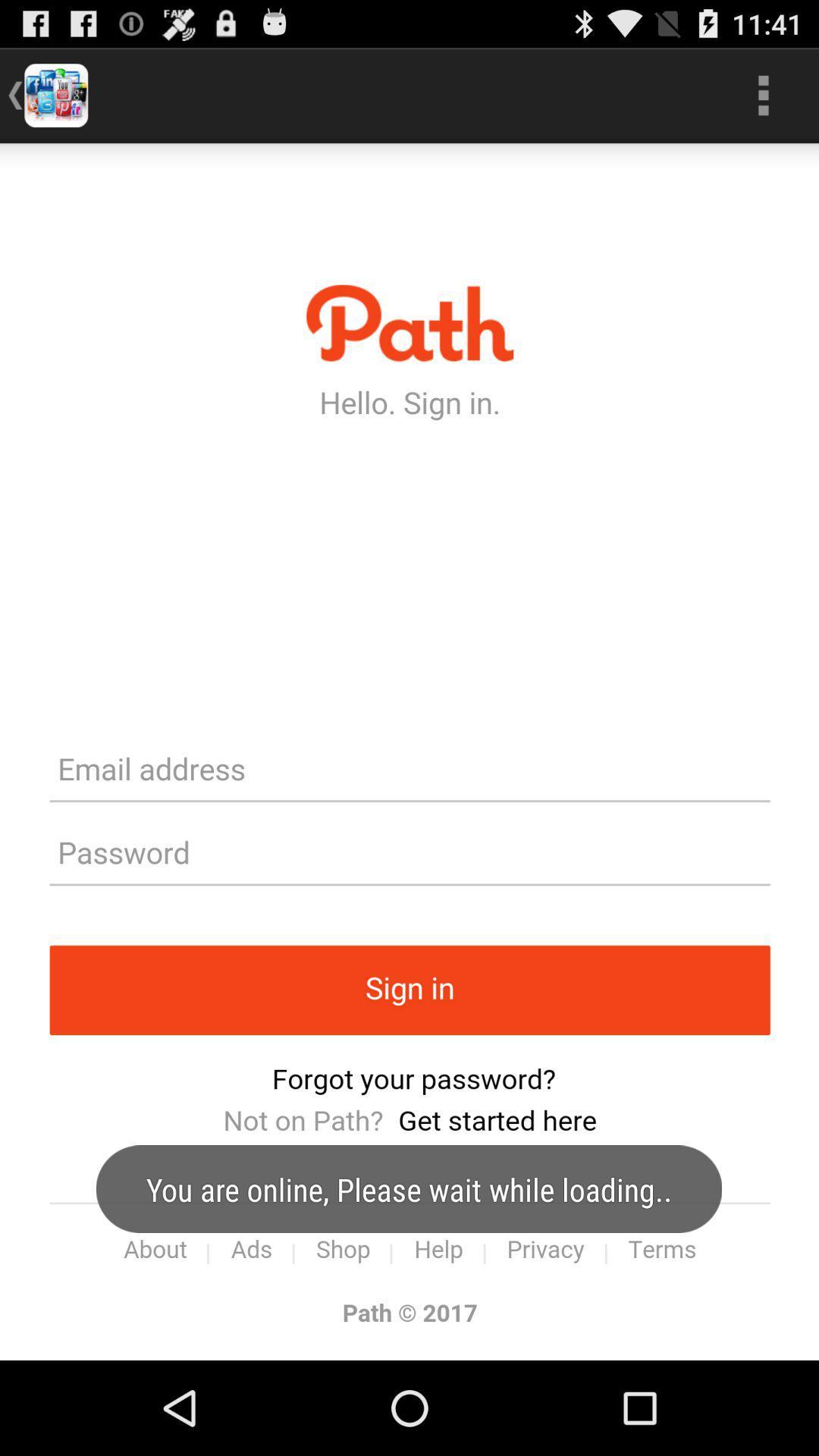  Describe the element at coordinates (409, 752) in the screenshot. I see `web page` at that location.